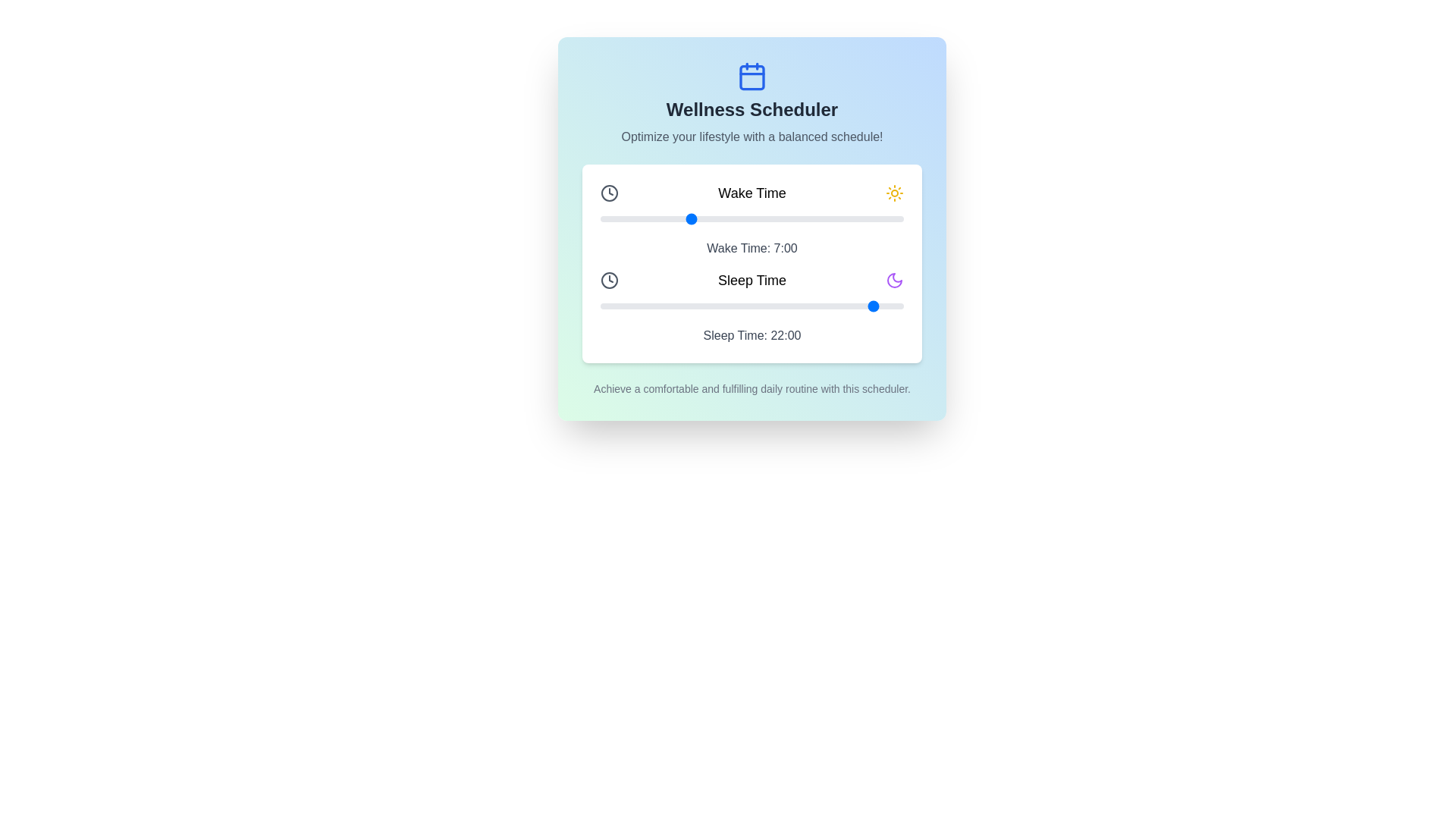 The height and width of the screenshot is (819, 1456). What do you see at coordinates (814, 219) in the screenshot?
I see `the wake time` at bounding box center [814, 219].